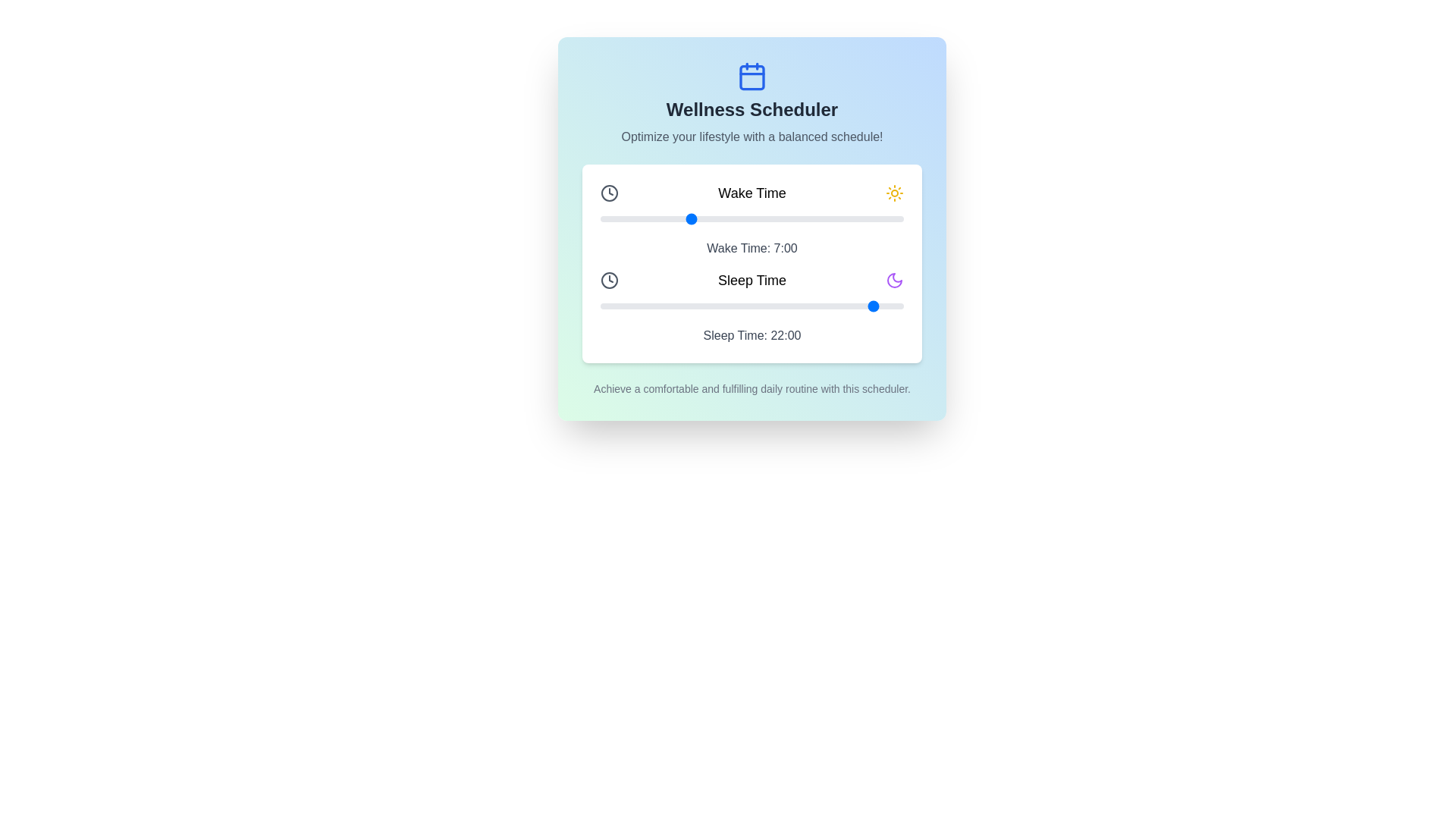 The height and width of the screenshot is (819, 1456). What do you see at coordinates (814, 219) in the screenshot?
I see `the wake time` at bounding box center [814, 219].